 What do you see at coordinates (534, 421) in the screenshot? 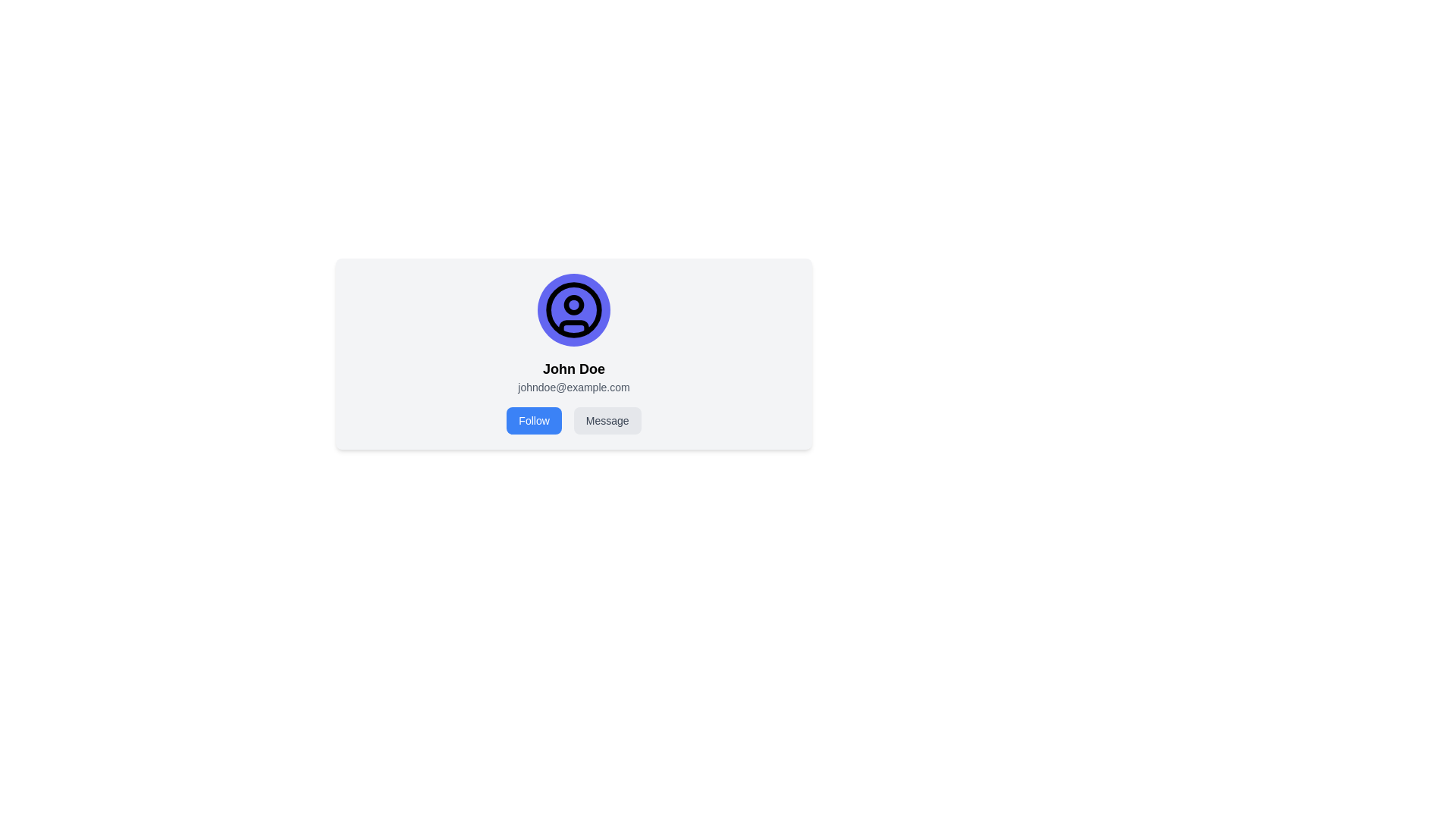
I see `the 'Follow' button, which has a blue background and white text, located beneath the user information section and to the left of the 'Message' button` at bounding box center [534, 421].